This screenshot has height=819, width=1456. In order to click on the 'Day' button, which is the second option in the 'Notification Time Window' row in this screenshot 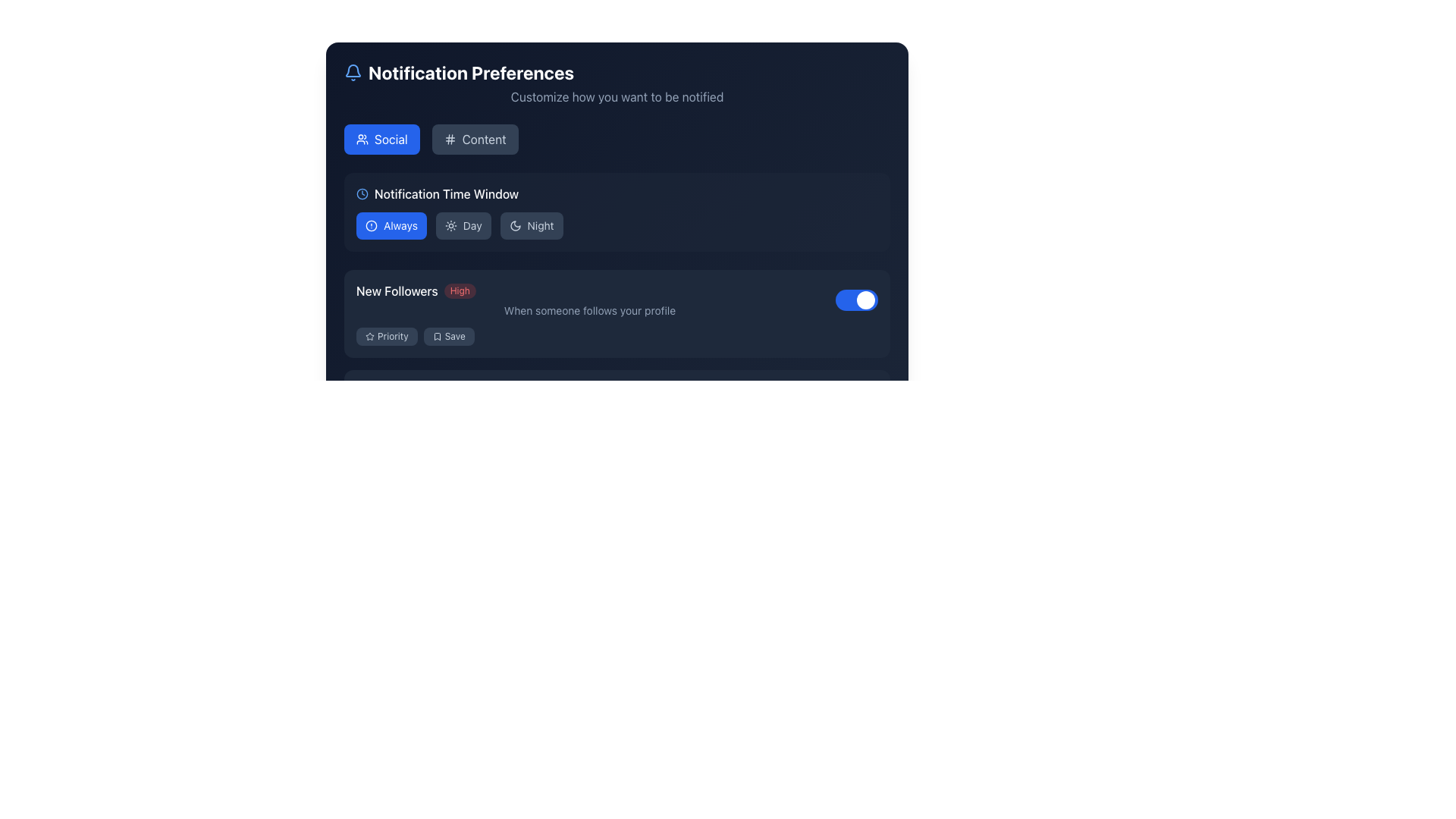, I will do `click(463, 225)`.